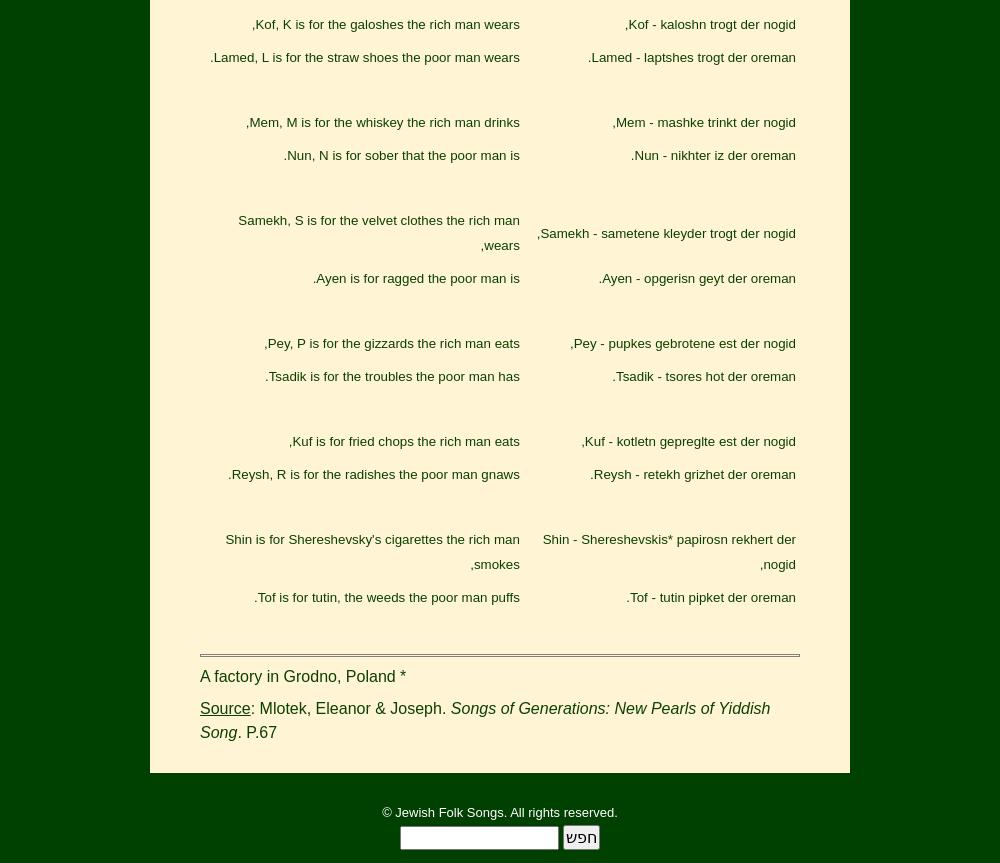 This screenshot has height=863, width=1000. Describe the element at coordinates (703, 121) in the screenshot. I see `'Mem - mashke trinkt der nogid,'` at that location.